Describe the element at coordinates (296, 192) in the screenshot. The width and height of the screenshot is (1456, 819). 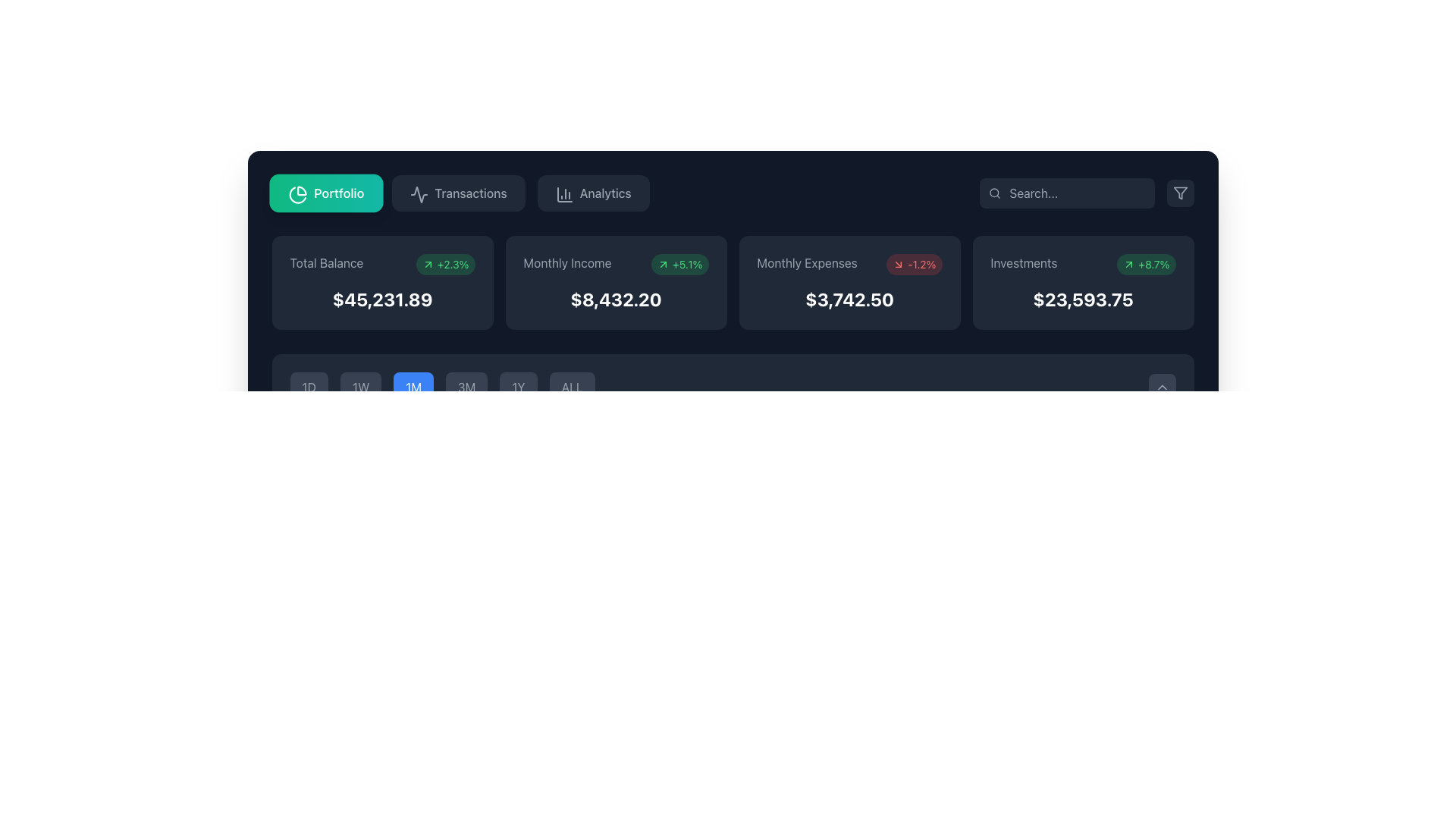
I see `the pie chart icon located within the 'Portfolio' button in the upper-left corner of the navigation row` at that location.